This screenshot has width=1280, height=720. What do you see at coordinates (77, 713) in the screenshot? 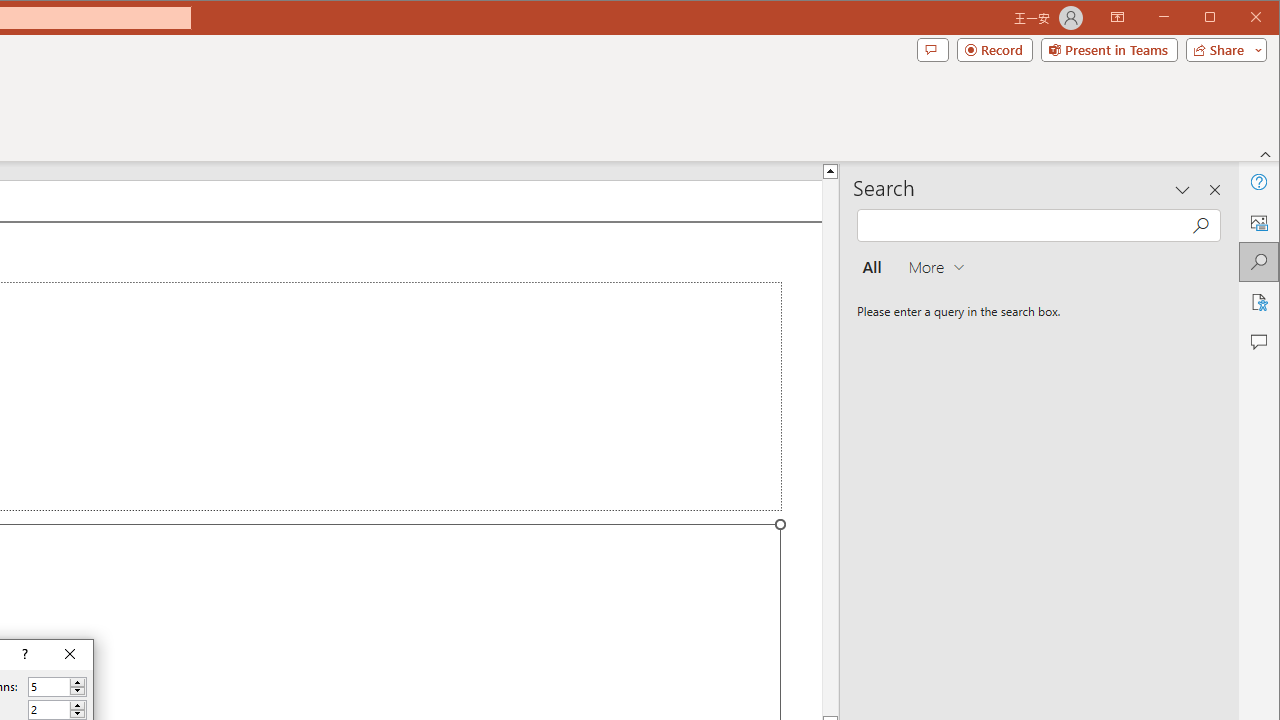
I see `'Less'` at bounding box center [77, 713].